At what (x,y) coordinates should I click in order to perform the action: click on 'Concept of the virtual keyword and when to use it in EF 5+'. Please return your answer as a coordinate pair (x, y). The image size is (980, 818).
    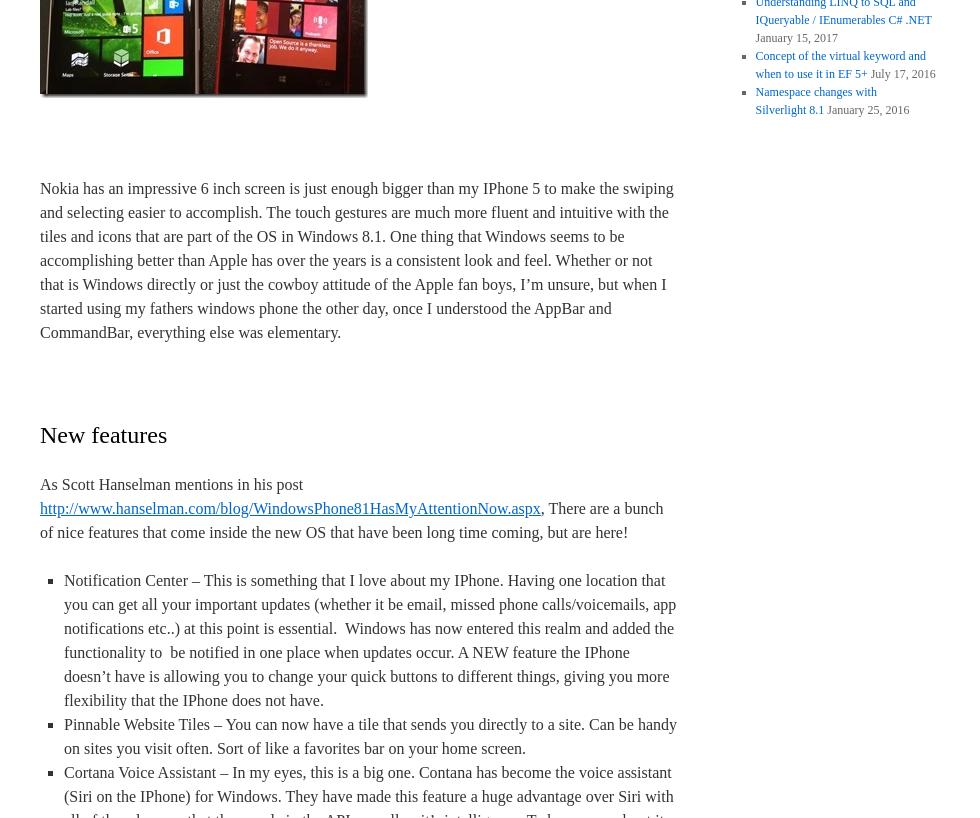
    Looking at the image, I should click on (754, 64).